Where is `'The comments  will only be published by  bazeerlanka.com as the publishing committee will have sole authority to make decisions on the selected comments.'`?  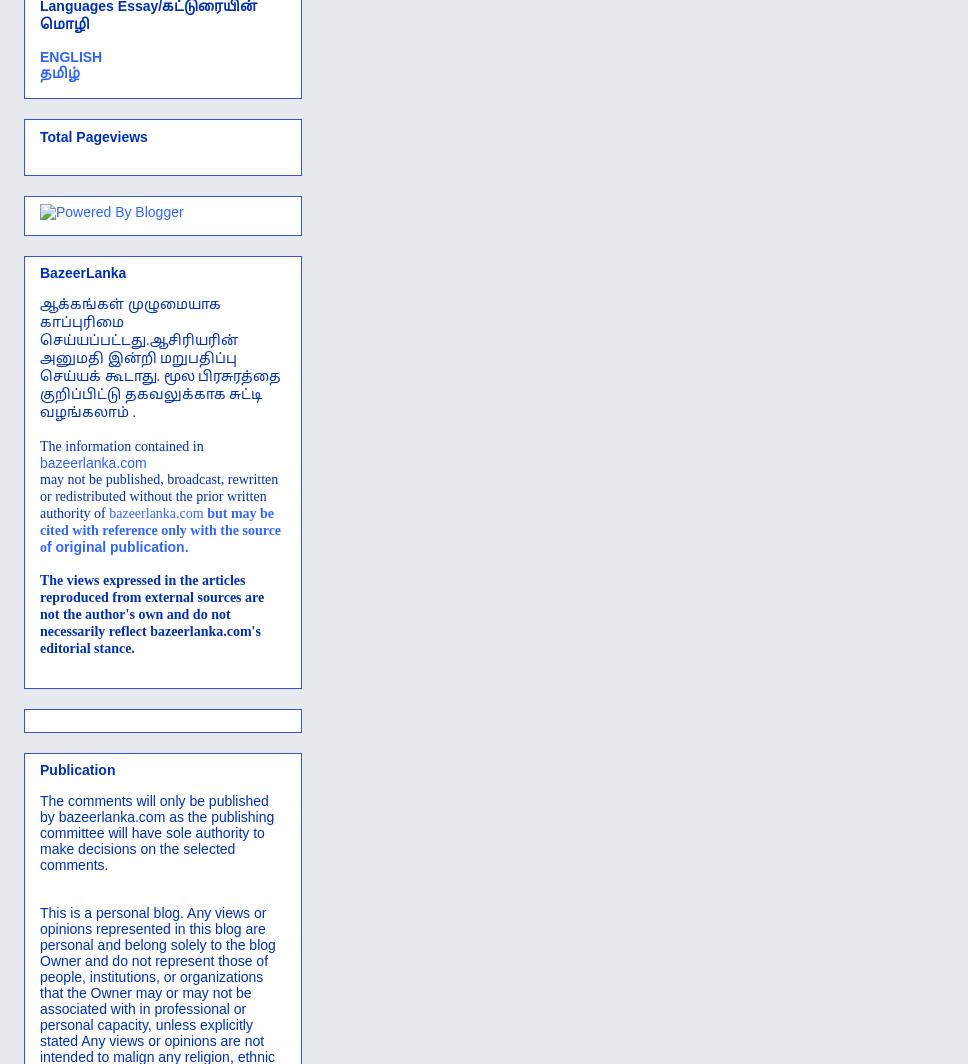 'The comments  will only be published by  bazeerlanka.com as the publishing committee will have sole authority to make decisions on the selected comments.' is located at coordinates (156, 833).